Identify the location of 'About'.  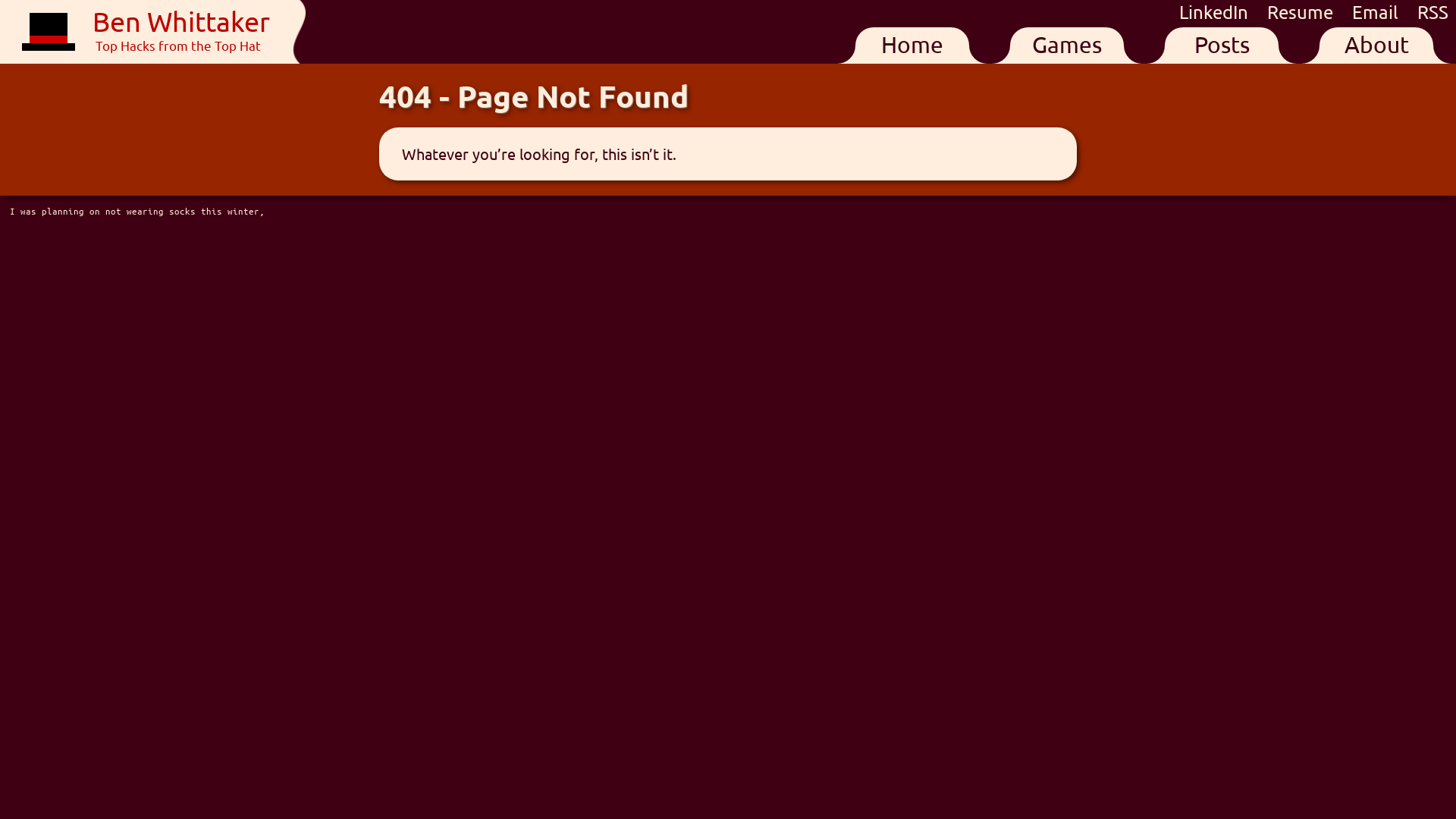
(1376, 45).